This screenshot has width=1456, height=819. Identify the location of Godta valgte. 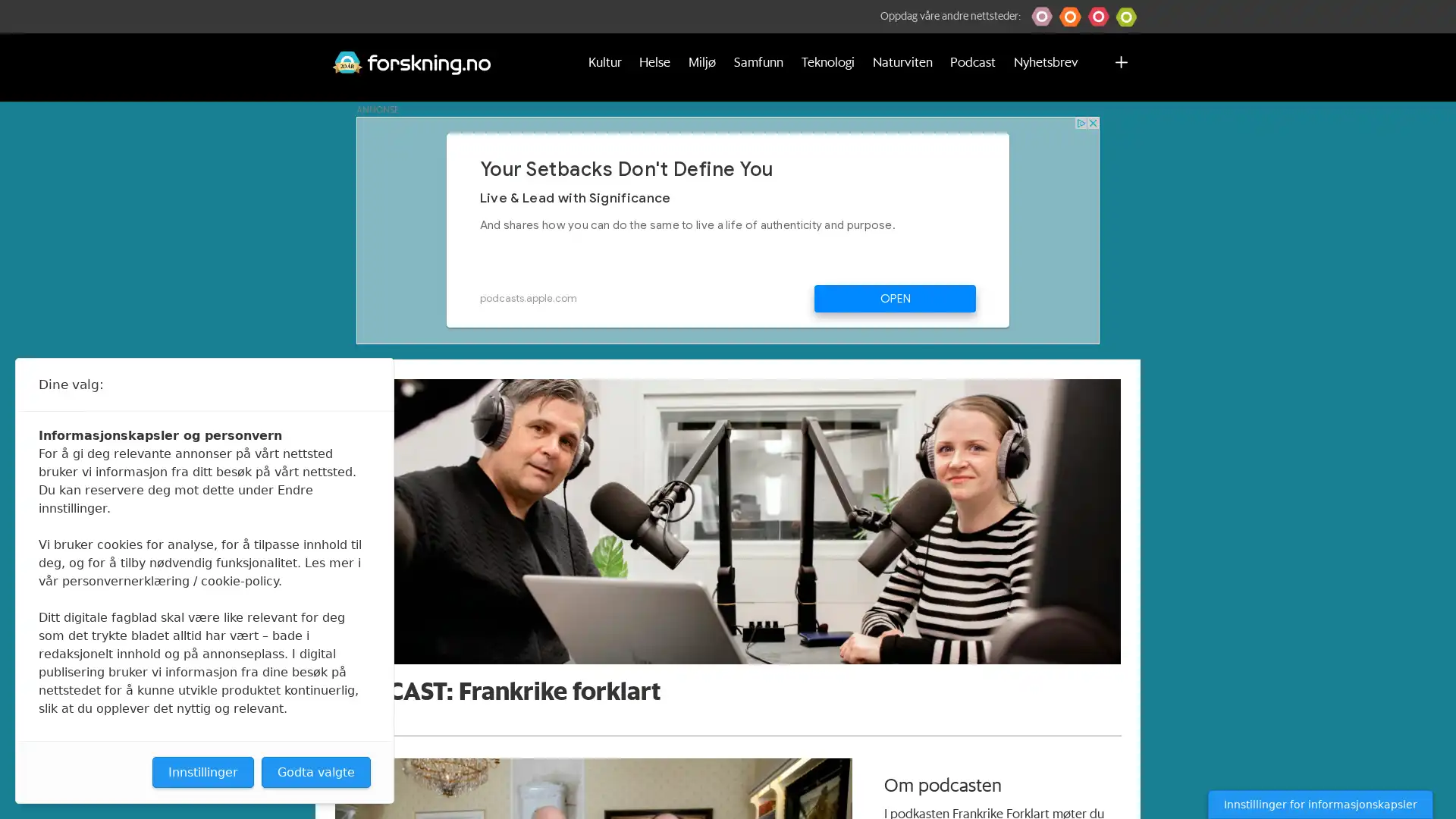
(315, 772).